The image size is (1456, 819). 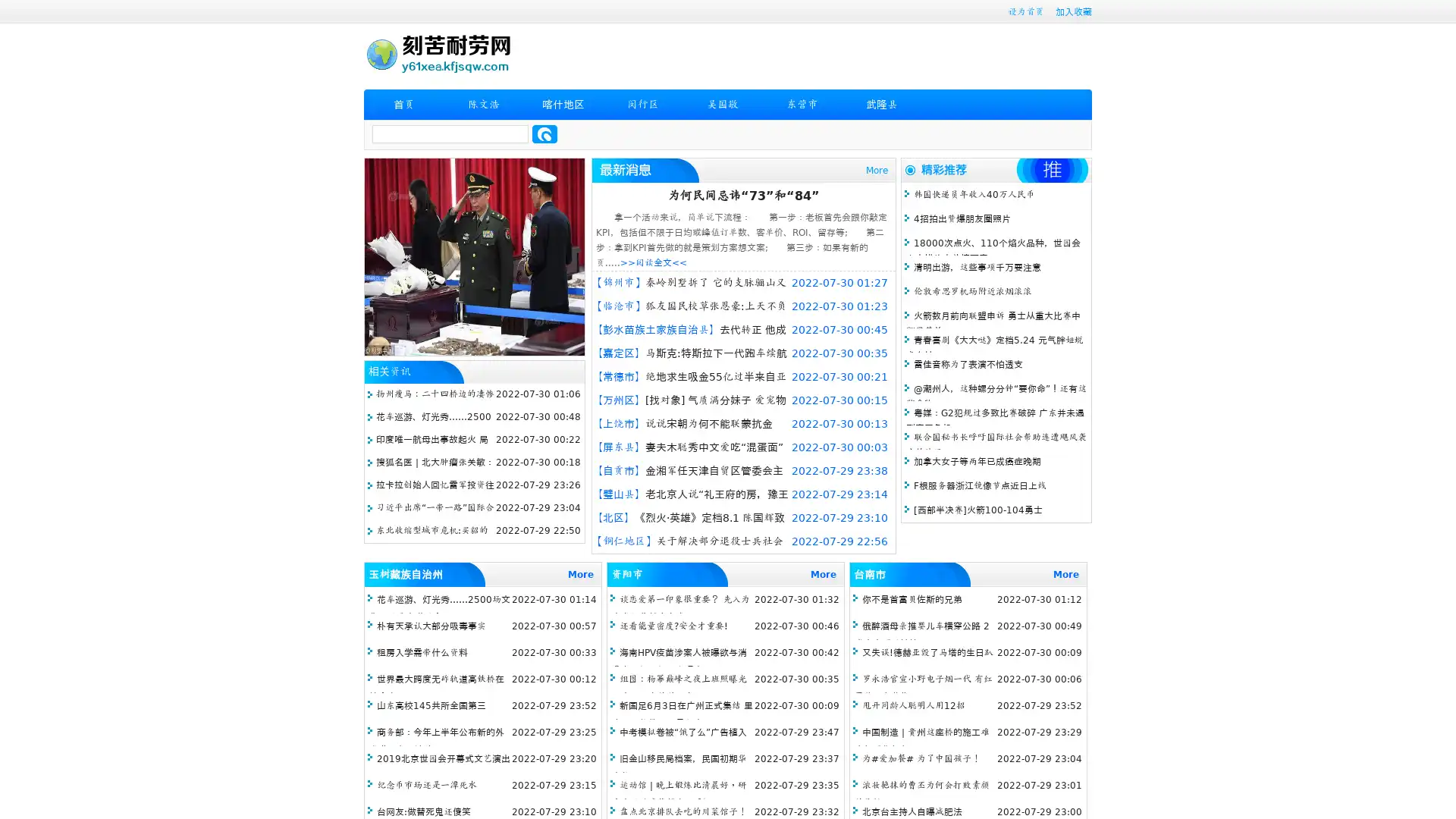 I want to click on Search, so click(x=544, y=133).